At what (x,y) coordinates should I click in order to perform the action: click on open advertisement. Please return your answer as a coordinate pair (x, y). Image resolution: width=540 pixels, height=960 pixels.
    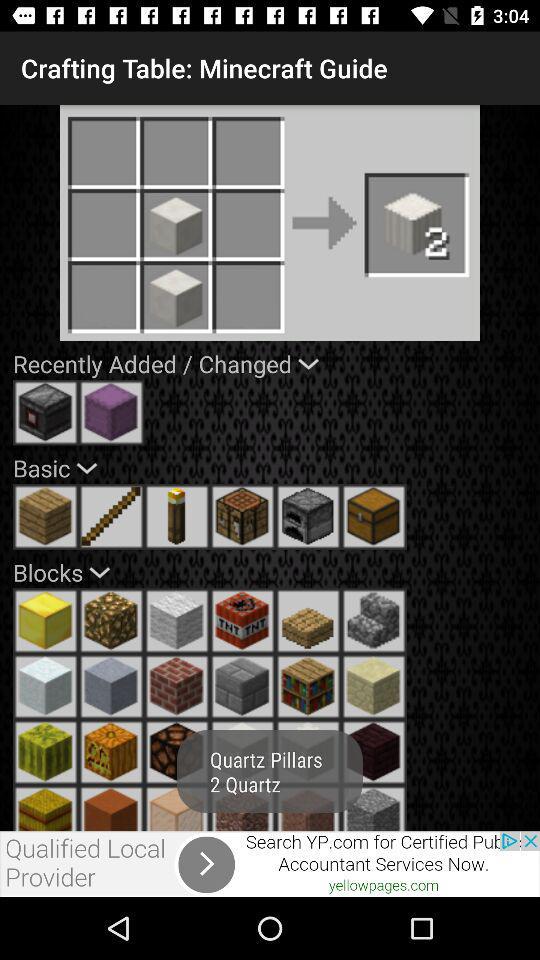
    Looking at the image, I should click on (270, 863).